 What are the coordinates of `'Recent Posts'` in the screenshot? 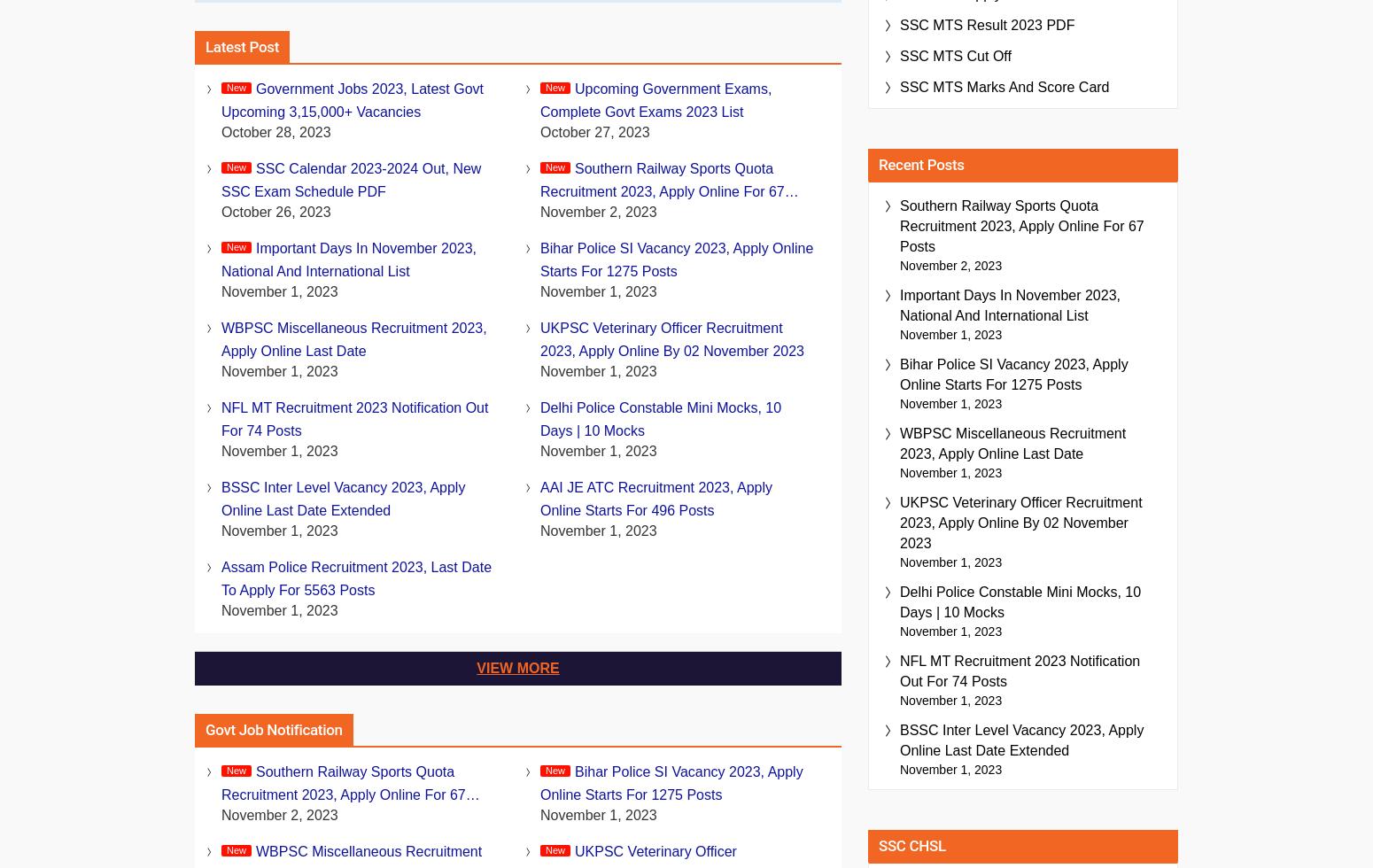 It's located at (921, 165).